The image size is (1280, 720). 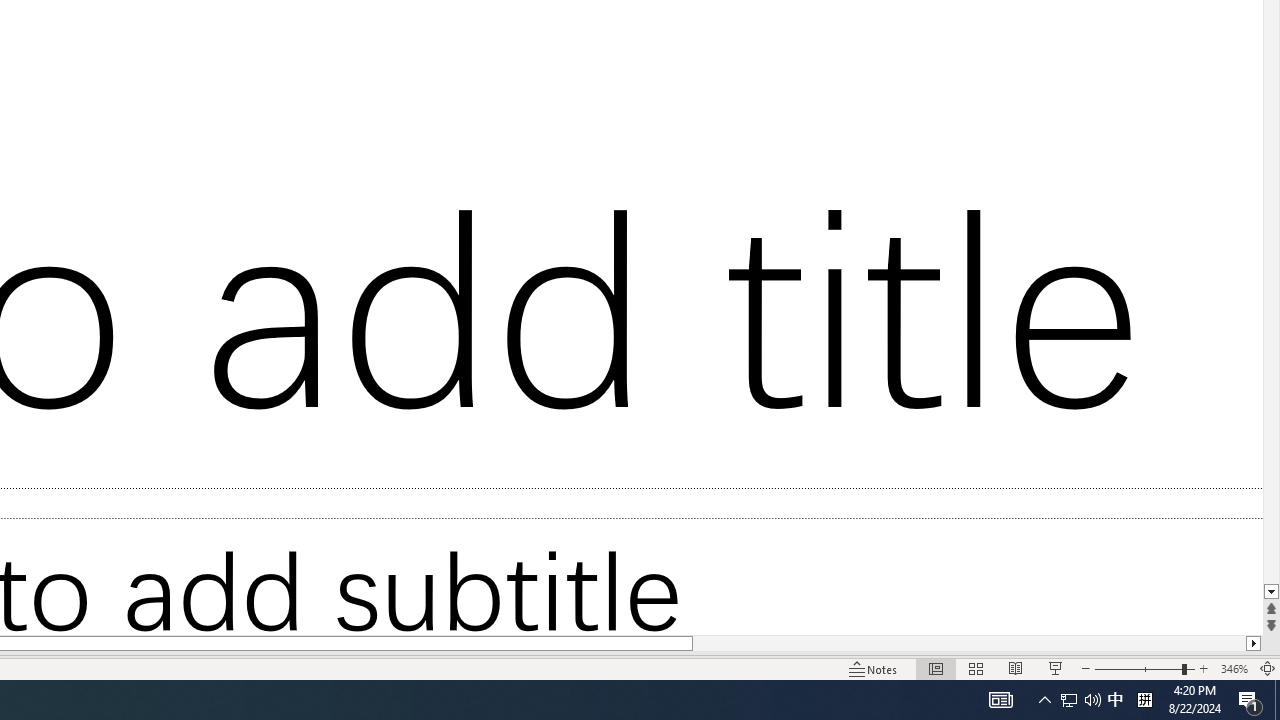 I want to click on 'Zoom Out', so click(x=1137, y=669).